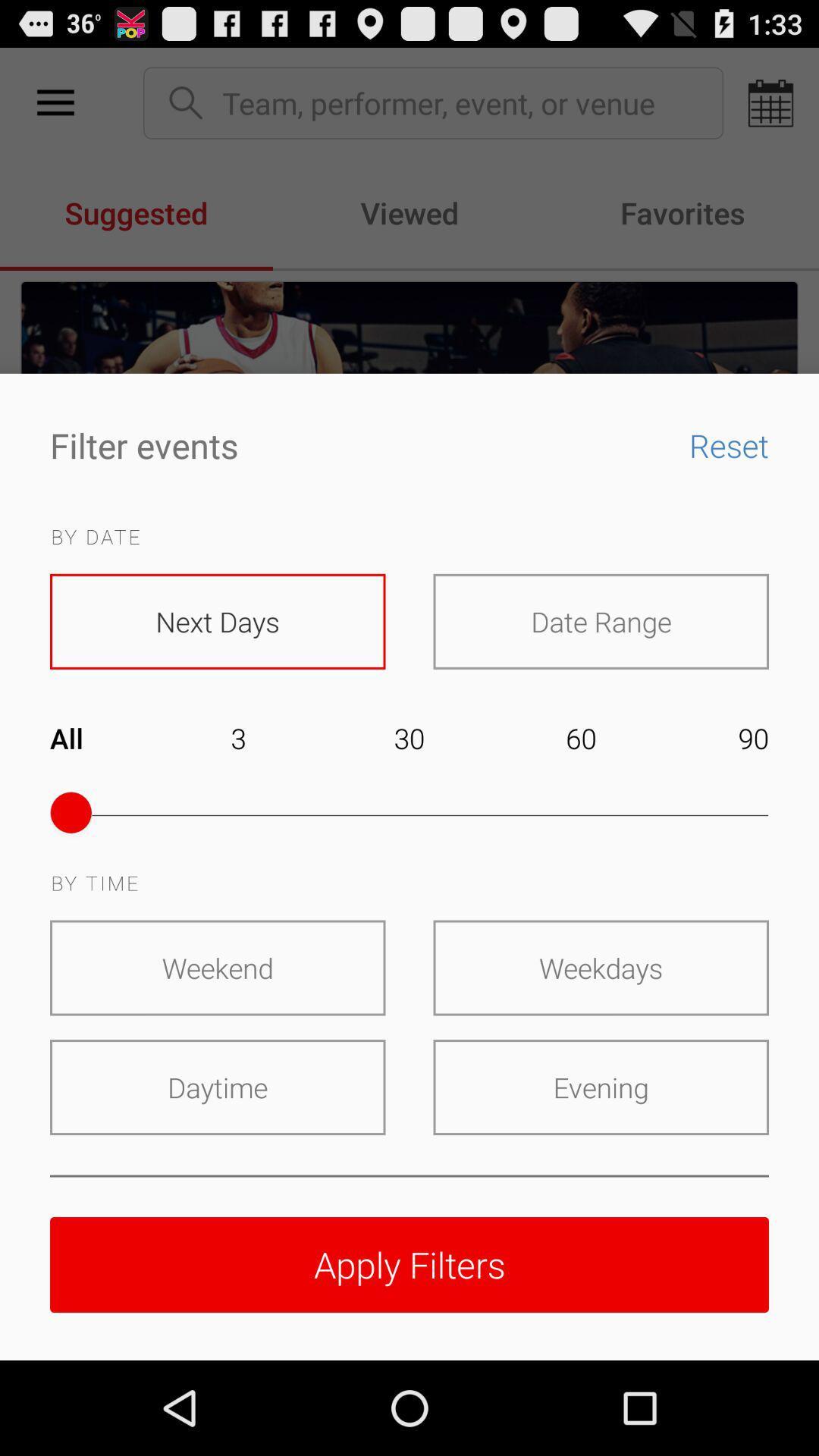  Describe the element at coordinates (82, 749) in the screenshot. I see `item next to the 3` at that location.